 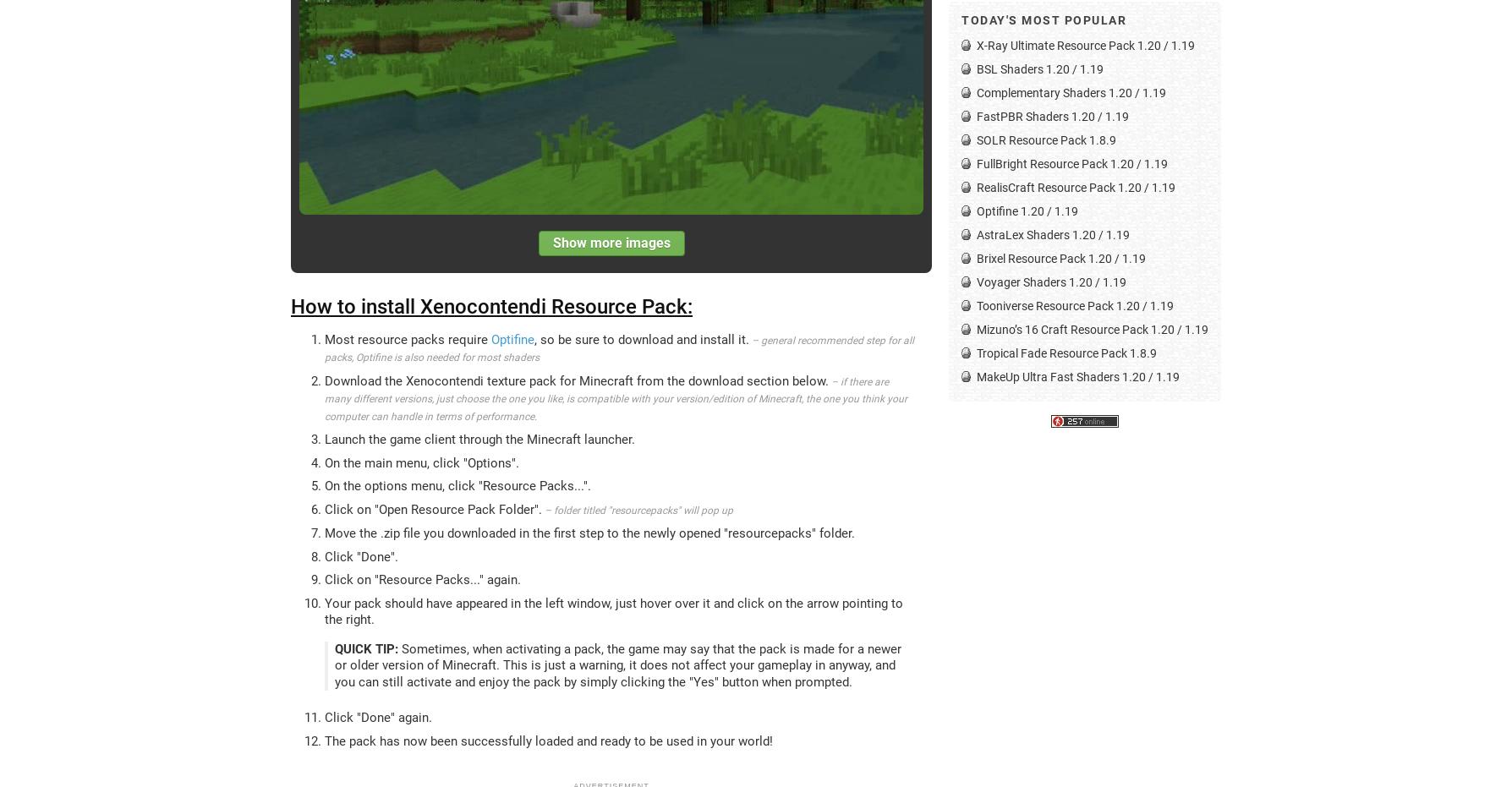 What do you see at coordinates (1077, 375) in the screenshot?
I see `'MakeUp Ultra Fast Shaders 1.20 / 1.19'` at bounding box center [1077, 375].